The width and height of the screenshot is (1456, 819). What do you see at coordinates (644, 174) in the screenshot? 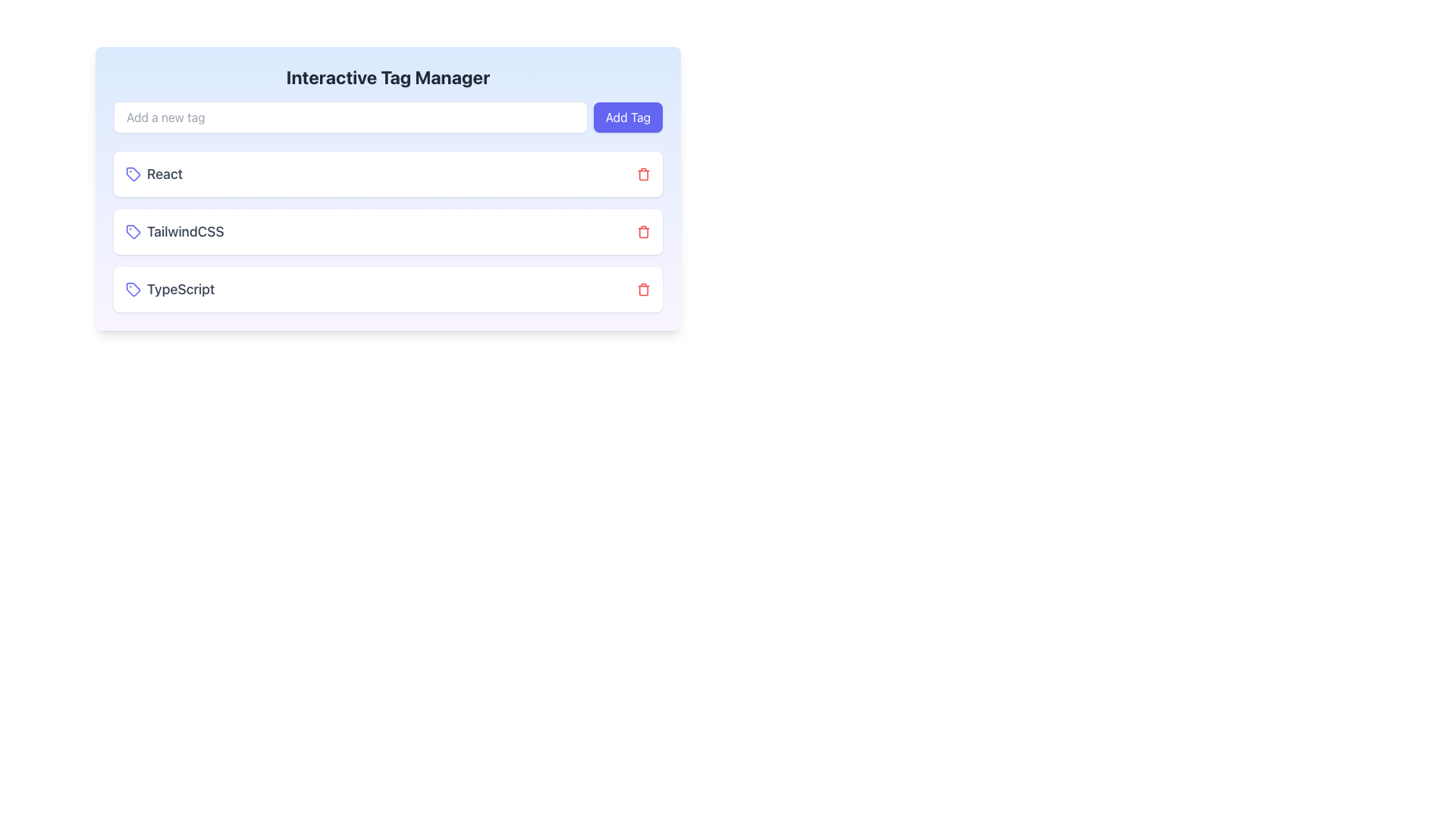
I see `the delete icon button located to the far right of the 'React' text in its respective row, which serves` at bounding box center [644, 174].